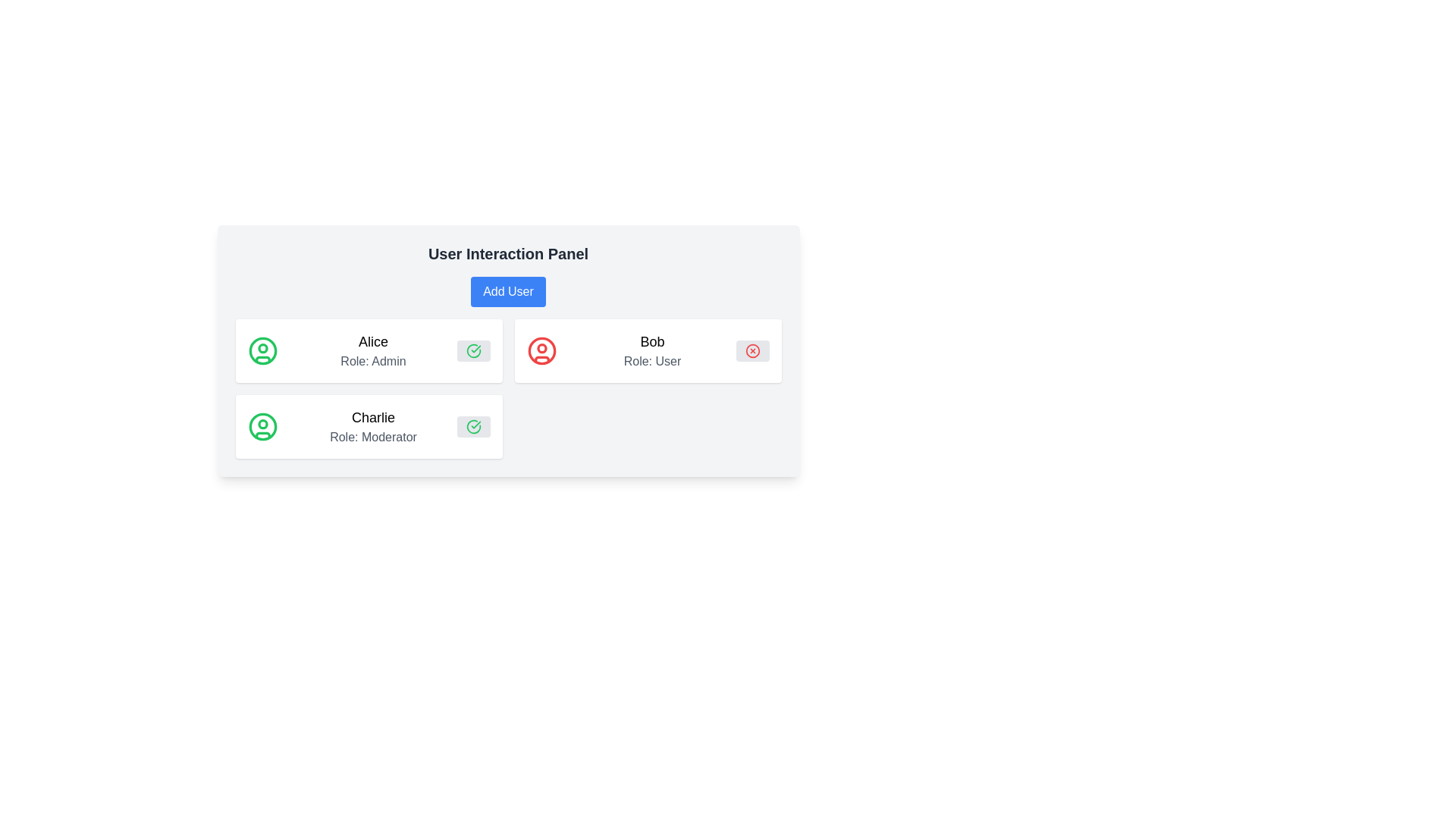 The image size is (1456, 819). Describe the element at coordinates (541, 350) in the screenshot. I see `the red circular profile icon representing the user 'Bob' within the user information card labeled 'Role: User'` at that location.